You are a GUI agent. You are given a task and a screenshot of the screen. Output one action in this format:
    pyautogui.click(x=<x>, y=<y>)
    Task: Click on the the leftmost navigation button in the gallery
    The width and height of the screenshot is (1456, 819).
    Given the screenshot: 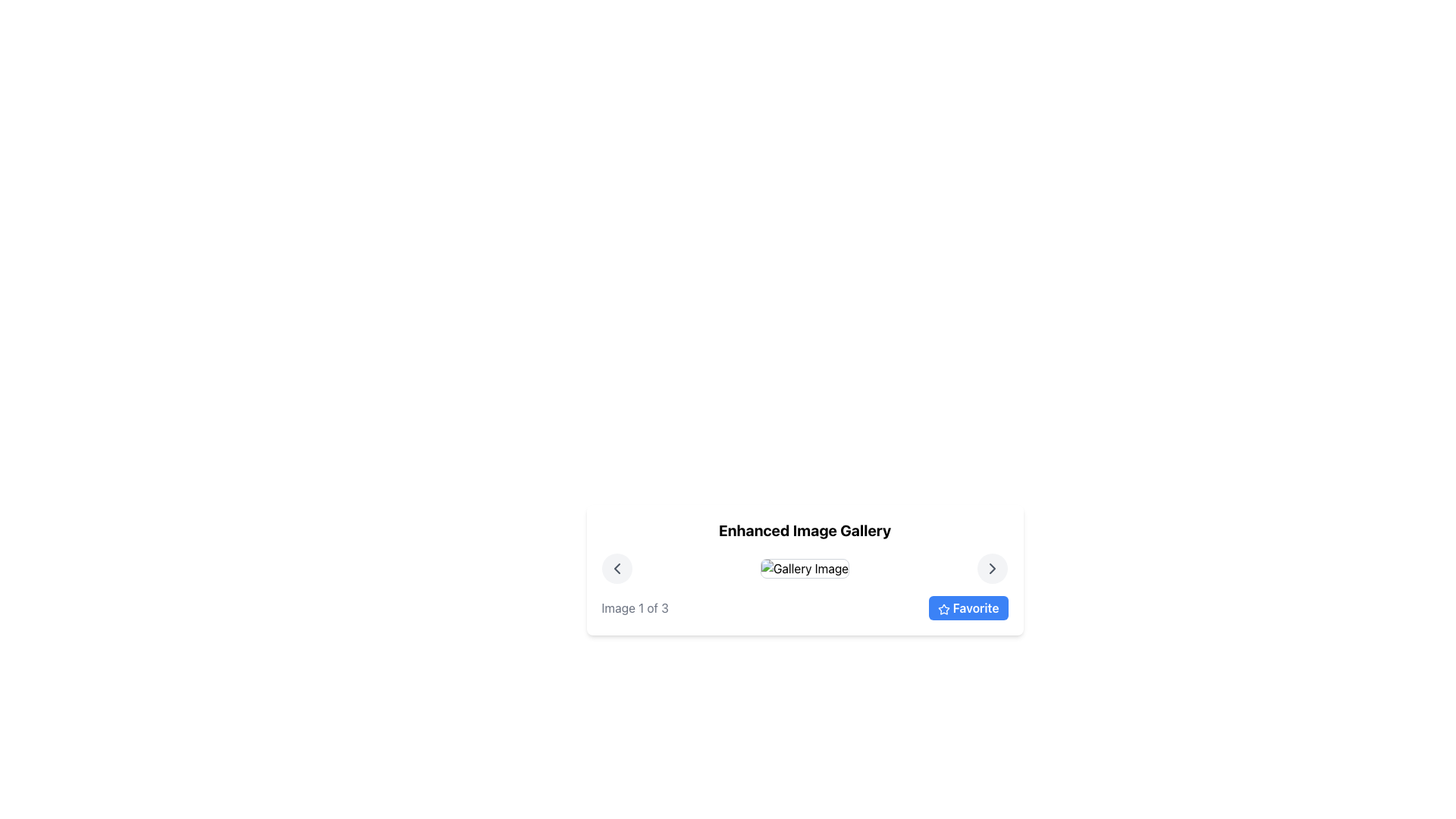 What is the action you would take?
    pyautogui.click(x=617, y=568)
    